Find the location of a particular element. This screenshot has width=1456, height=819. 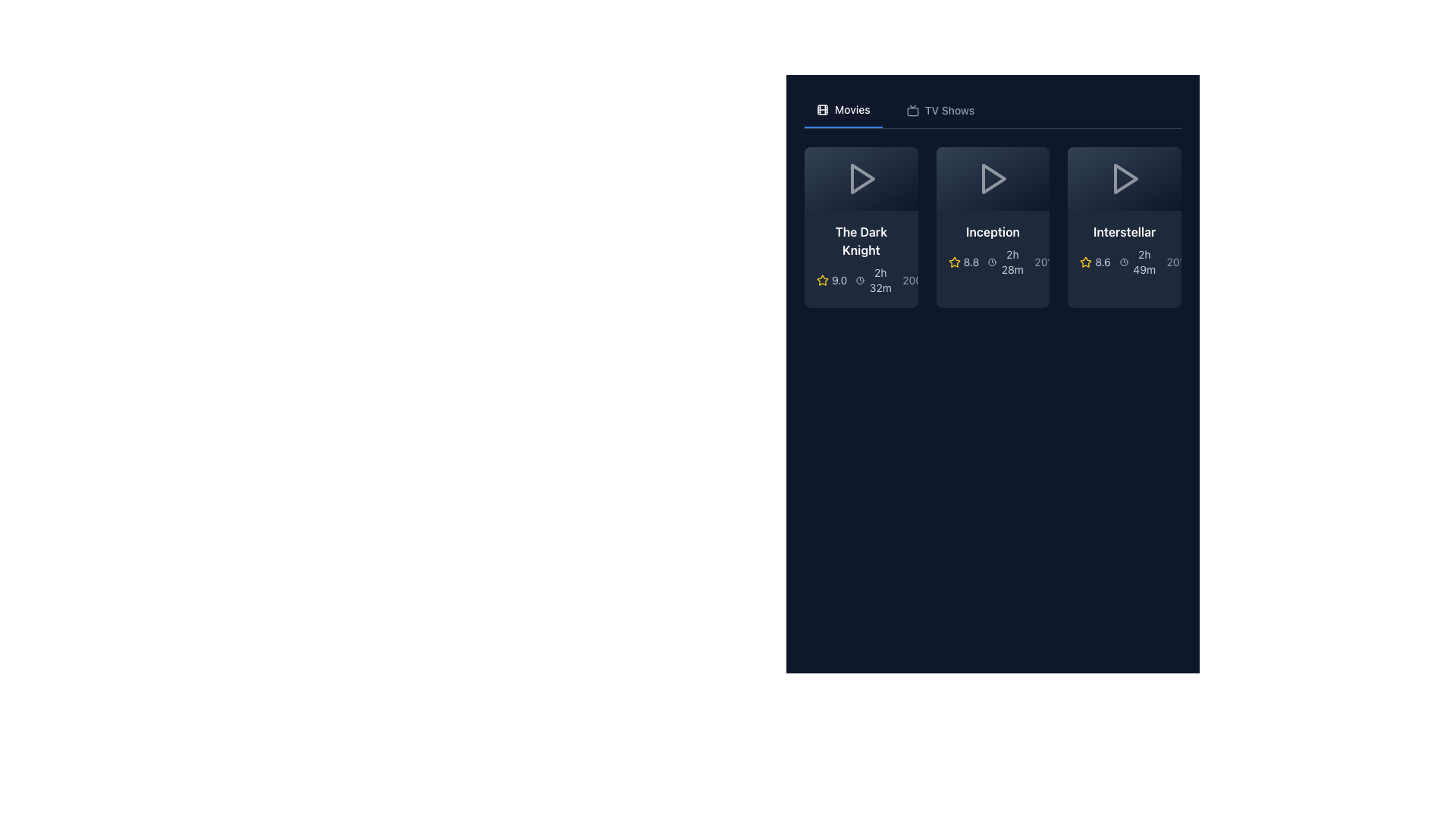

the 'TV Shows' button, which is a horizontally aligned button with a television icon and text is located at coordinates (940, 110).